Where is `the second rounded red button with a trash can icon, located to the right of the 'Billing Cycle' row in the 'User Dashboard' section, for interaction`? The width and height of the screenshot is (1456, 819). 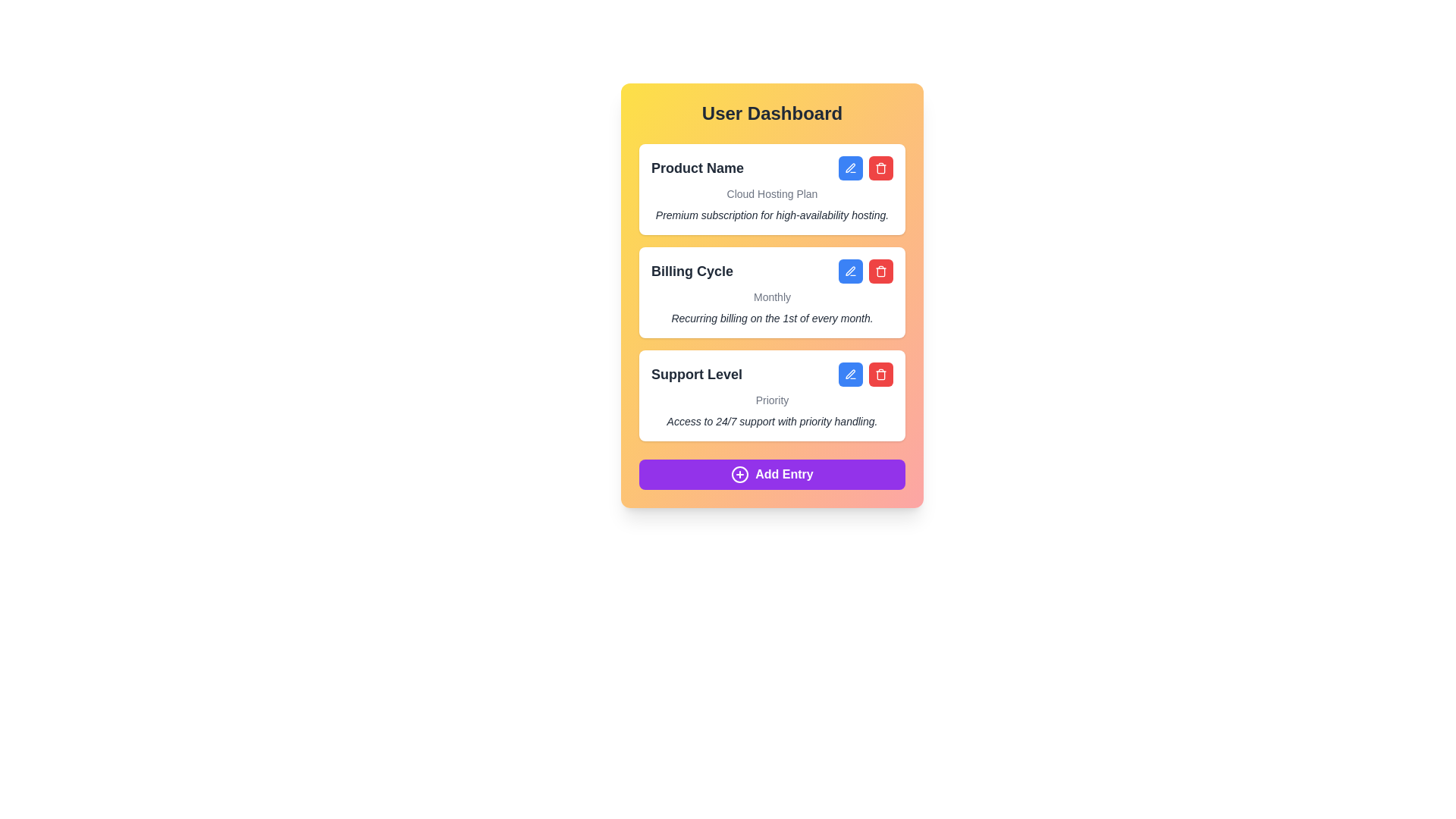 the second rounded red button with a trash can icon, located to the right of the 'Billing Cycle' row in the 'User Dashboard' section, for interaction is located at coordinates (880, 271).